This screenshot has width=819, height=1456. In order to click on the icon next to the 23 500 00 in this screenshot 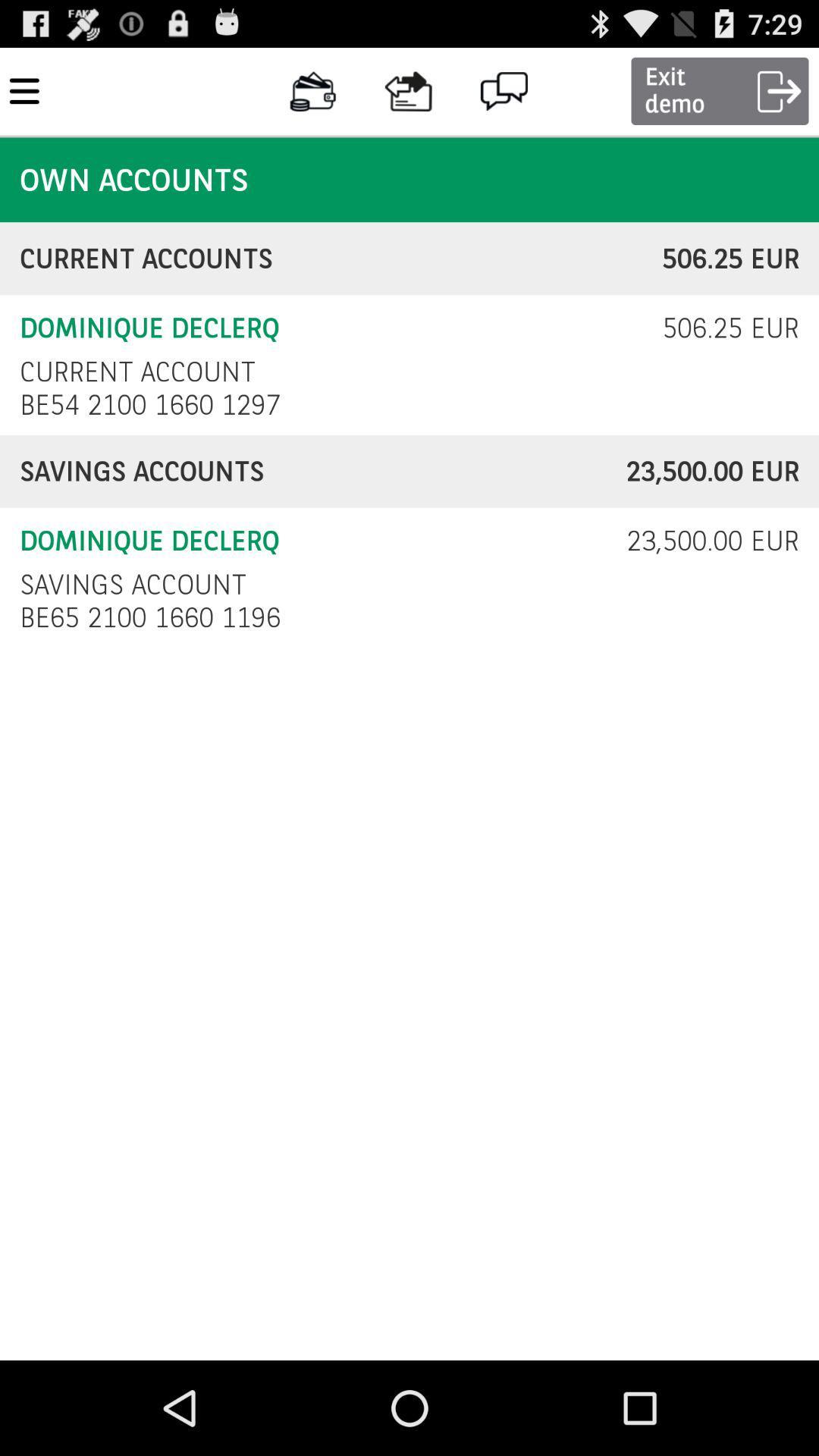, I will do `click(132, 584)`.